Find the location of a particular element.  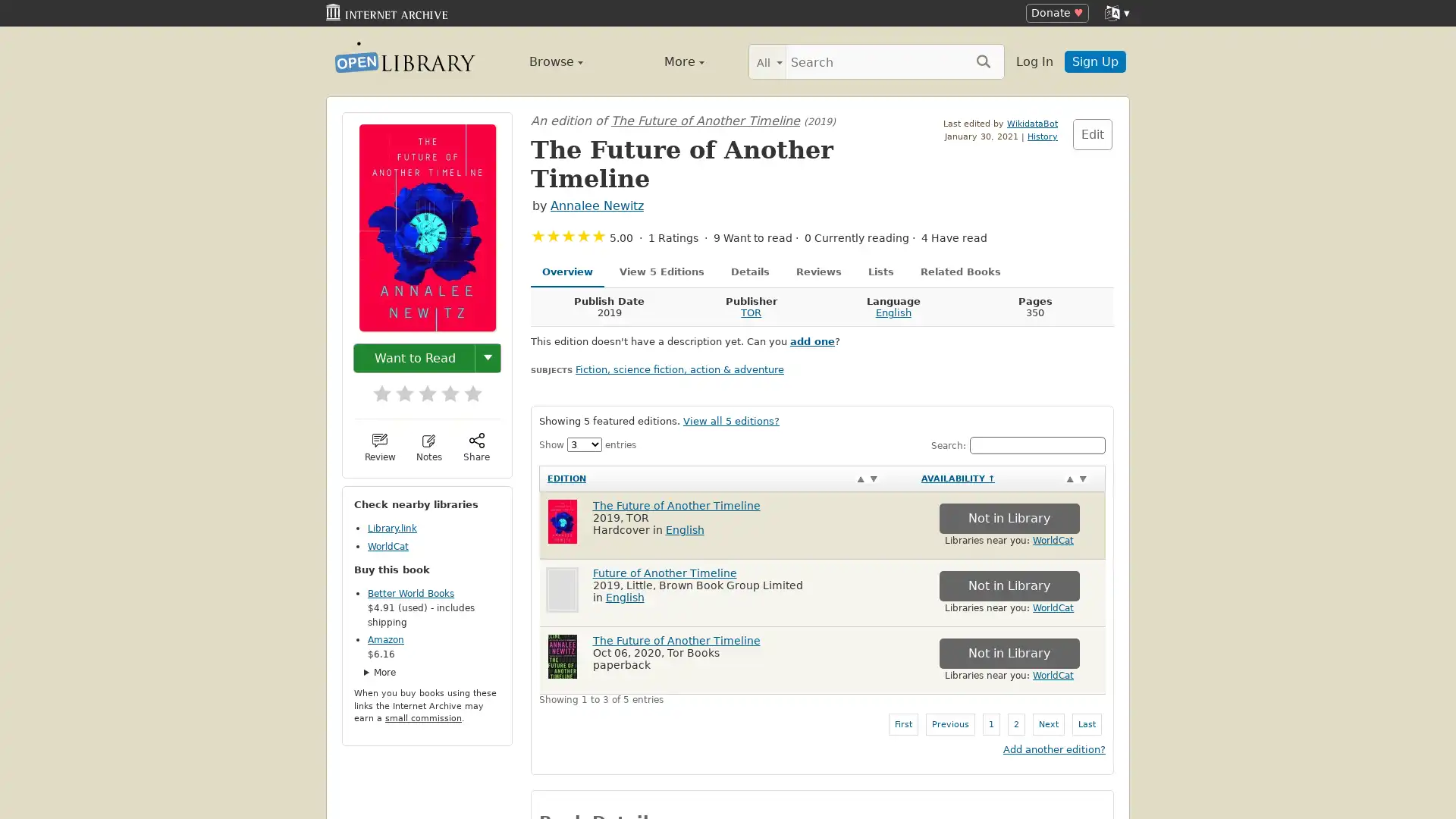

4 is located at coordinates (442, 388).